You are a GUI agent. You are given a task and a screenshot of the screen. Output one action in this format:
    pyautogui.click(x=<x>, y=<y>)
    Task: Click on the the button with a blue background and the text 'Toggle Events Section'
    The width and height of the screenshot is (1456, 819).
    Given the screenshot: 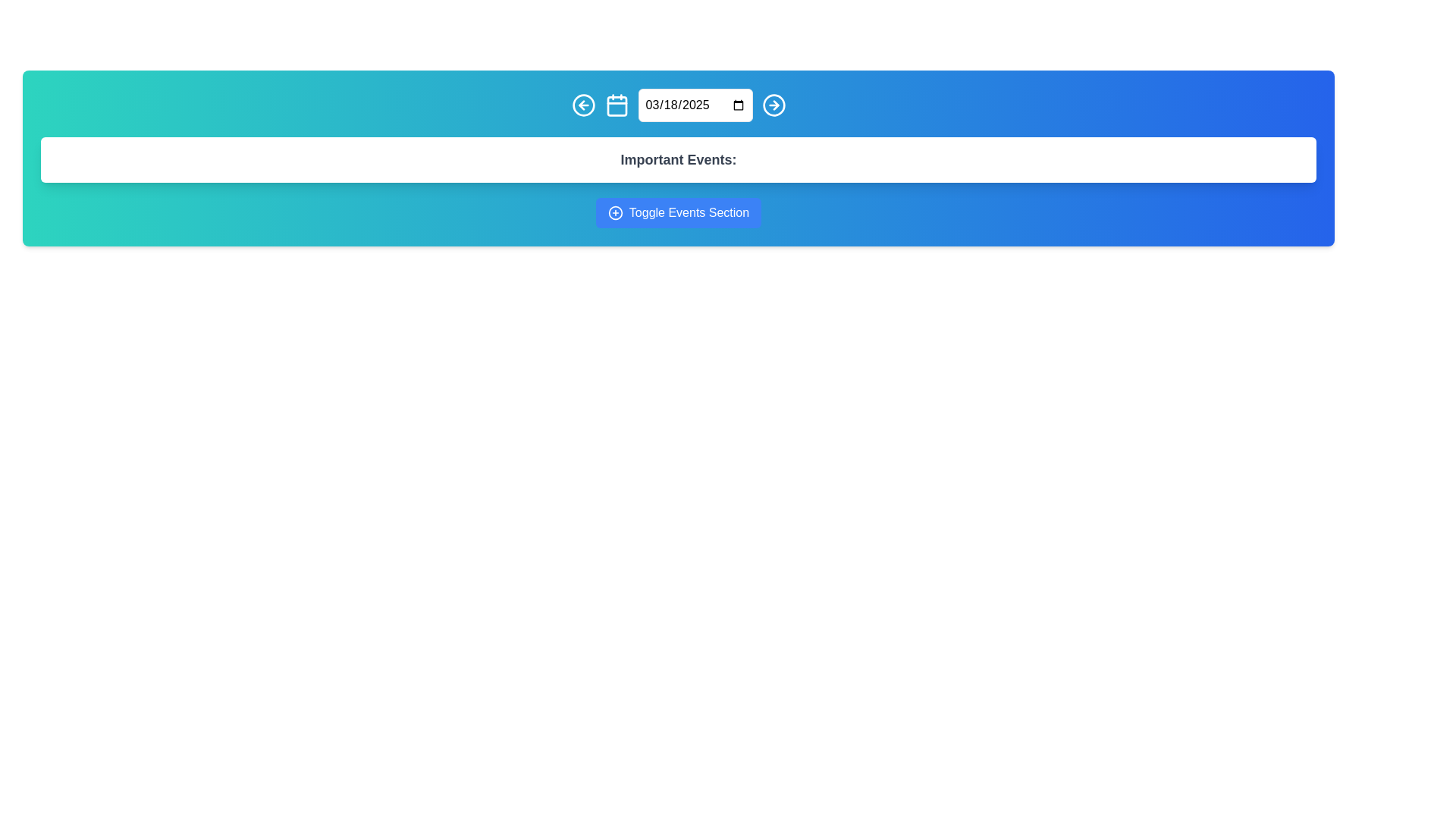 What is the action you would take?
    pyautogui.click(x=677, y=213)
    